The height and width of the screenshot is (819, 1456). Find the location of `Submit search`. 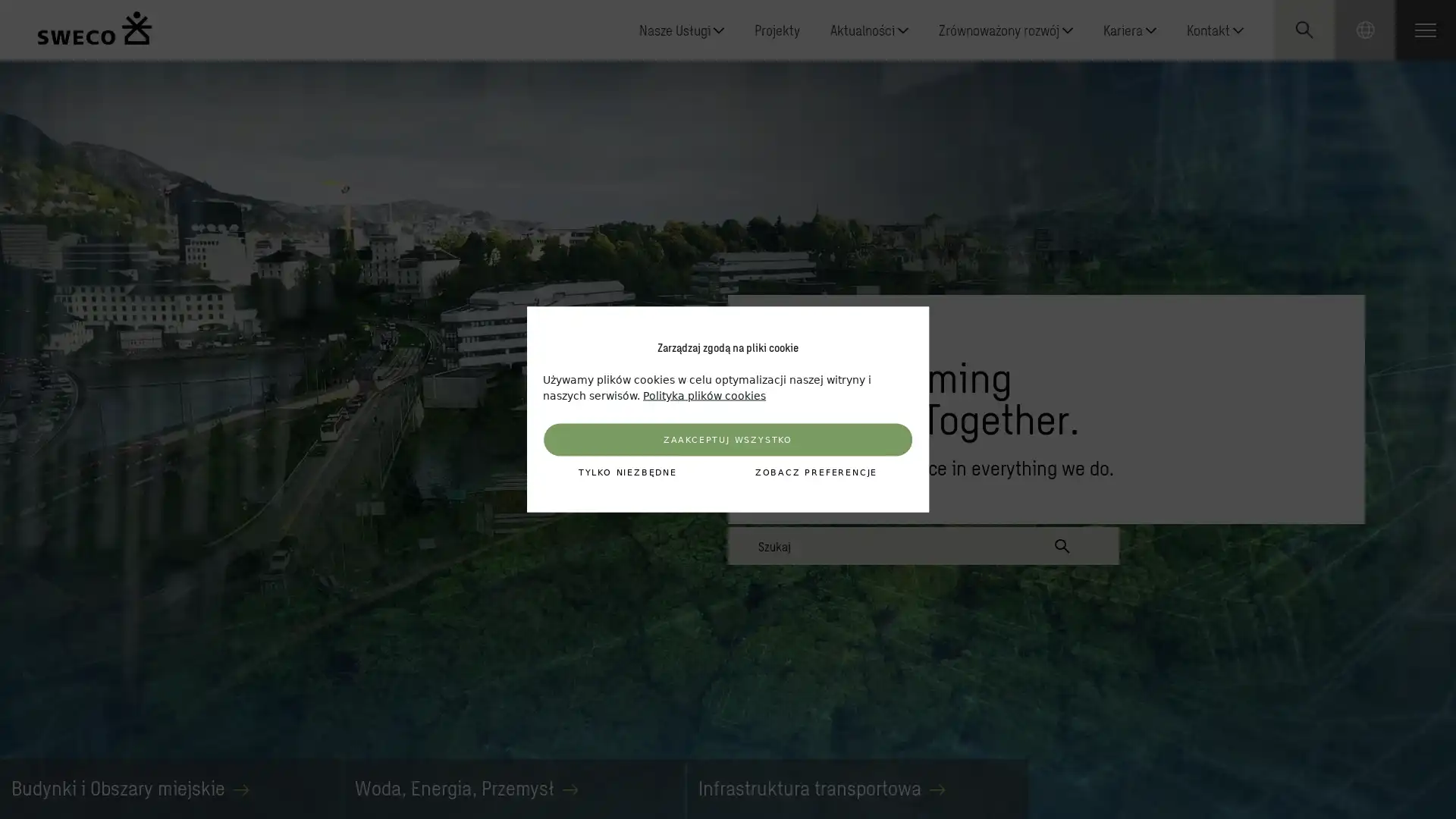

Submit search is located at coordinates (1062, 546).